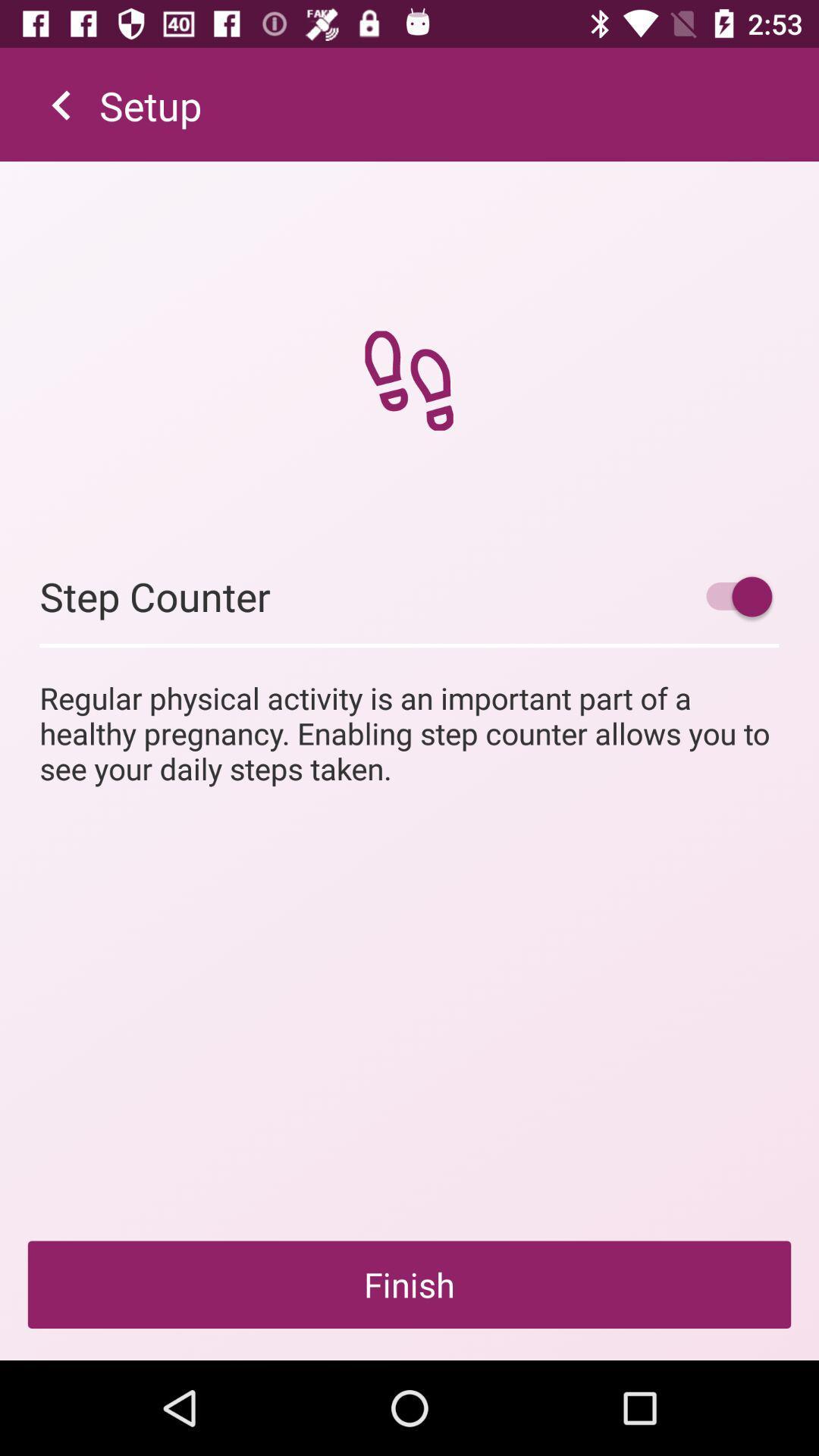  I want to click on the finish, so click(409, 1284).